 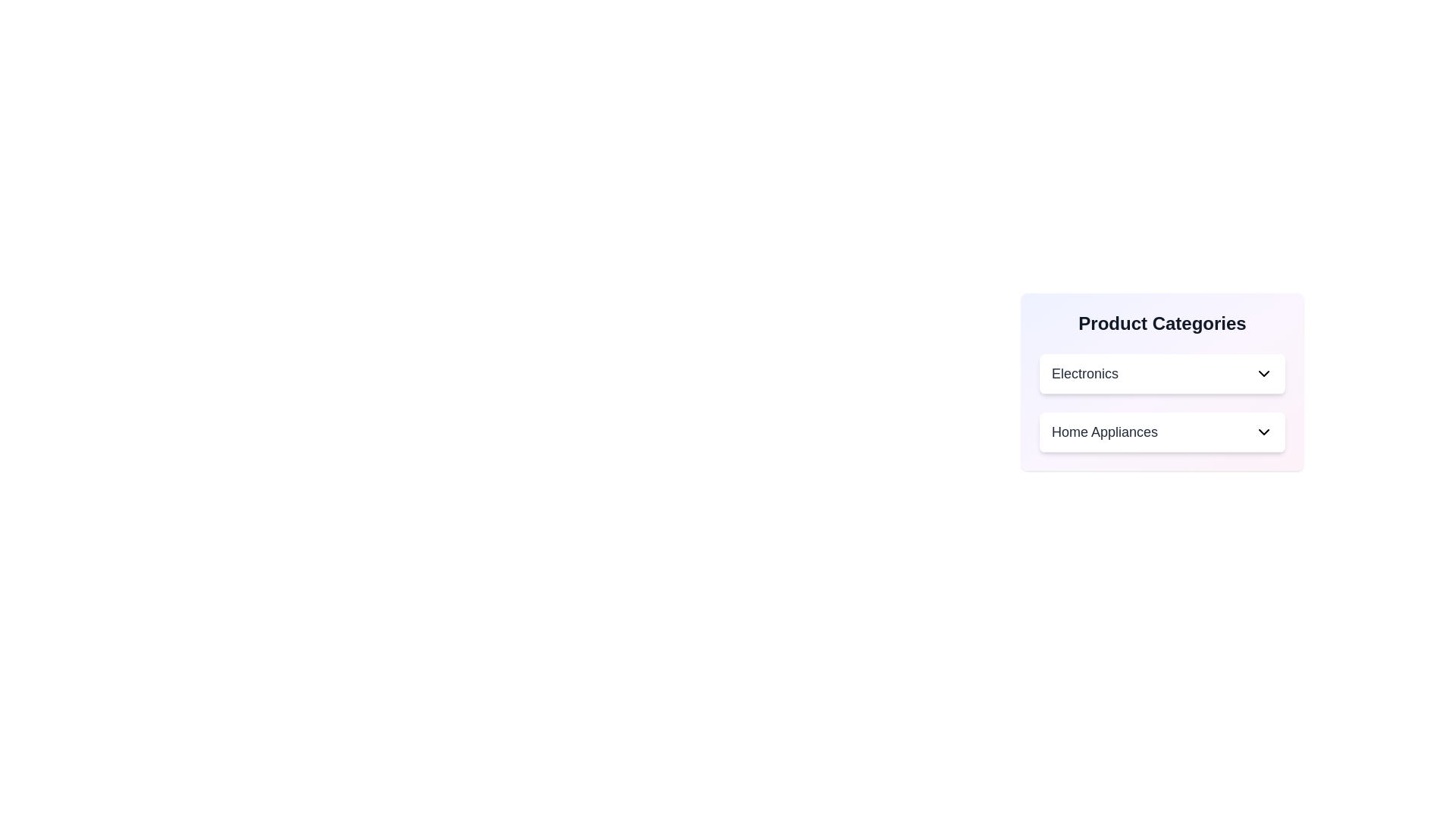 I want to click on the 'Product Categories' heading to potentially trigger an interaction, so click(x=1161, y=323).